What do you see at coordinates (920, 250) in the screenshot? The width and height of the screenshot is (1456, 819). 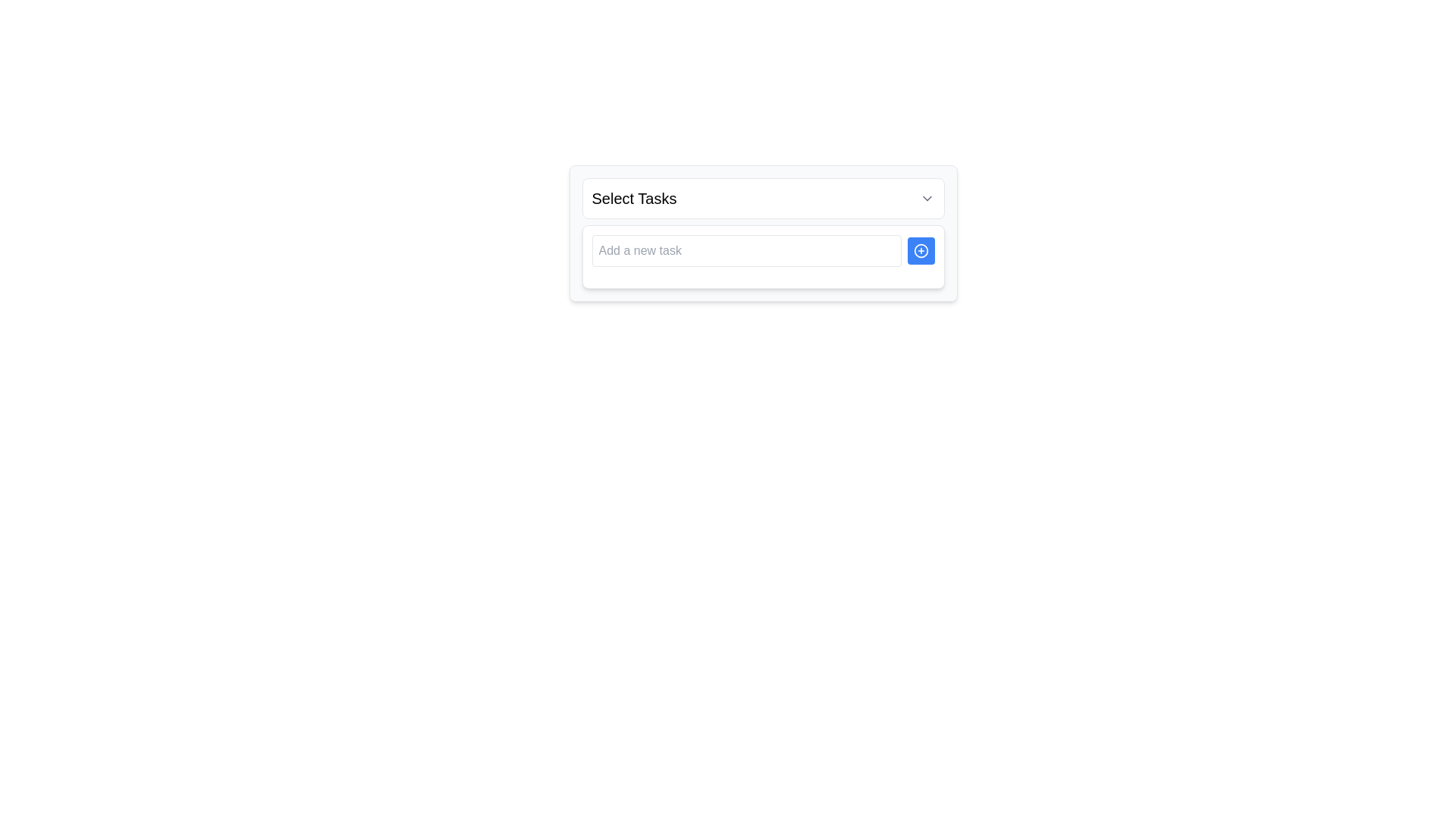 I see `the button with an SVG icon located to the right of the 'Add a new task' input field` at bounding box center [920, 250].